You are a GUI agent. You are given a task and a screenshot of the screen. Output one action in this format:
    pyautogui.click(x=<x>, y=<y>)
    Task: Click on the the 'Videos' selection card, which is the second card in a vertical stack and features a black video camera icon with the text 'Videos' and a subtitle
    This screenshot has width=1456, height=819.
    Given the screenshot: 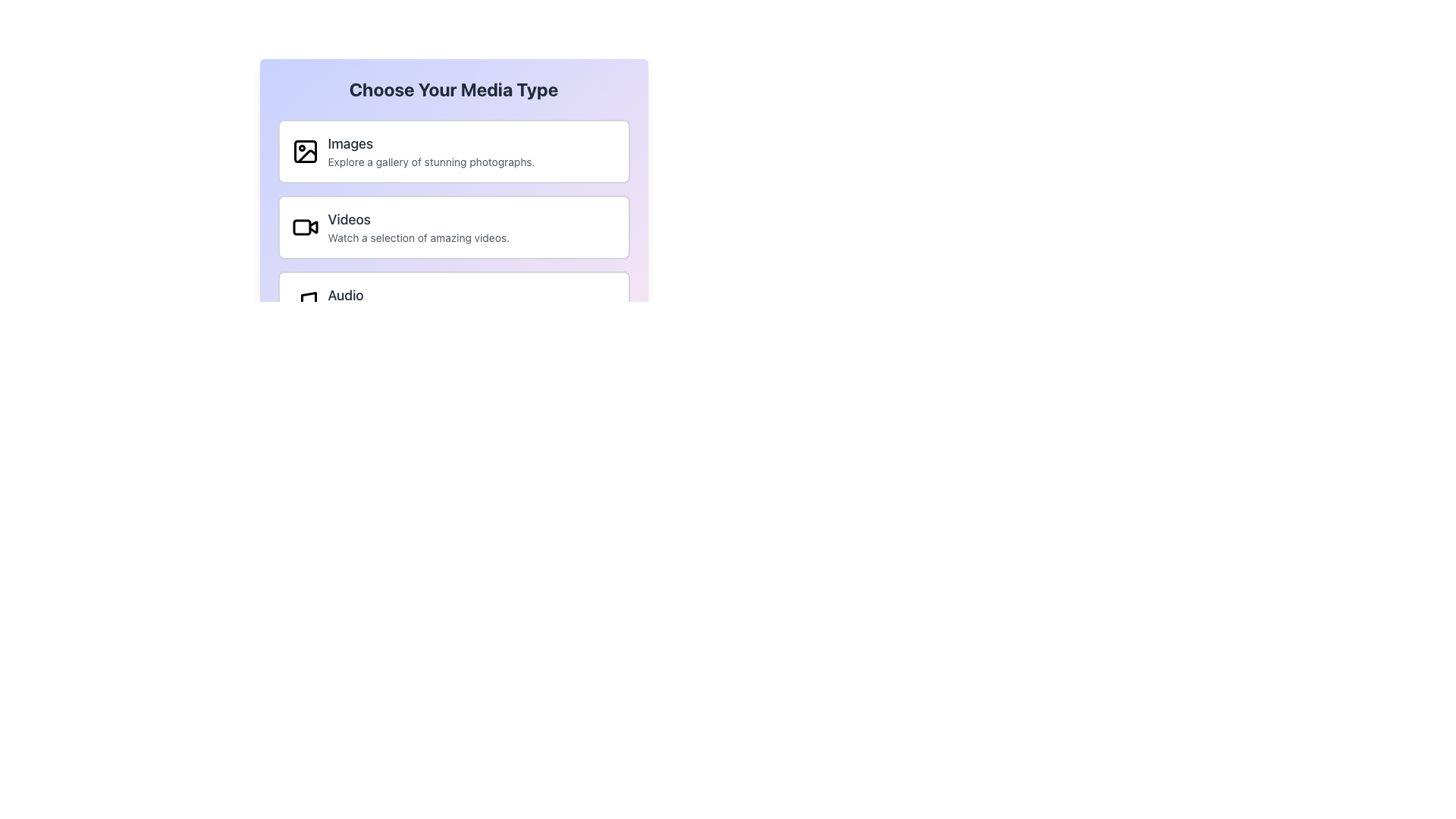 What is the action you would take?
    pyautogui.click(x=453, y=227)
    